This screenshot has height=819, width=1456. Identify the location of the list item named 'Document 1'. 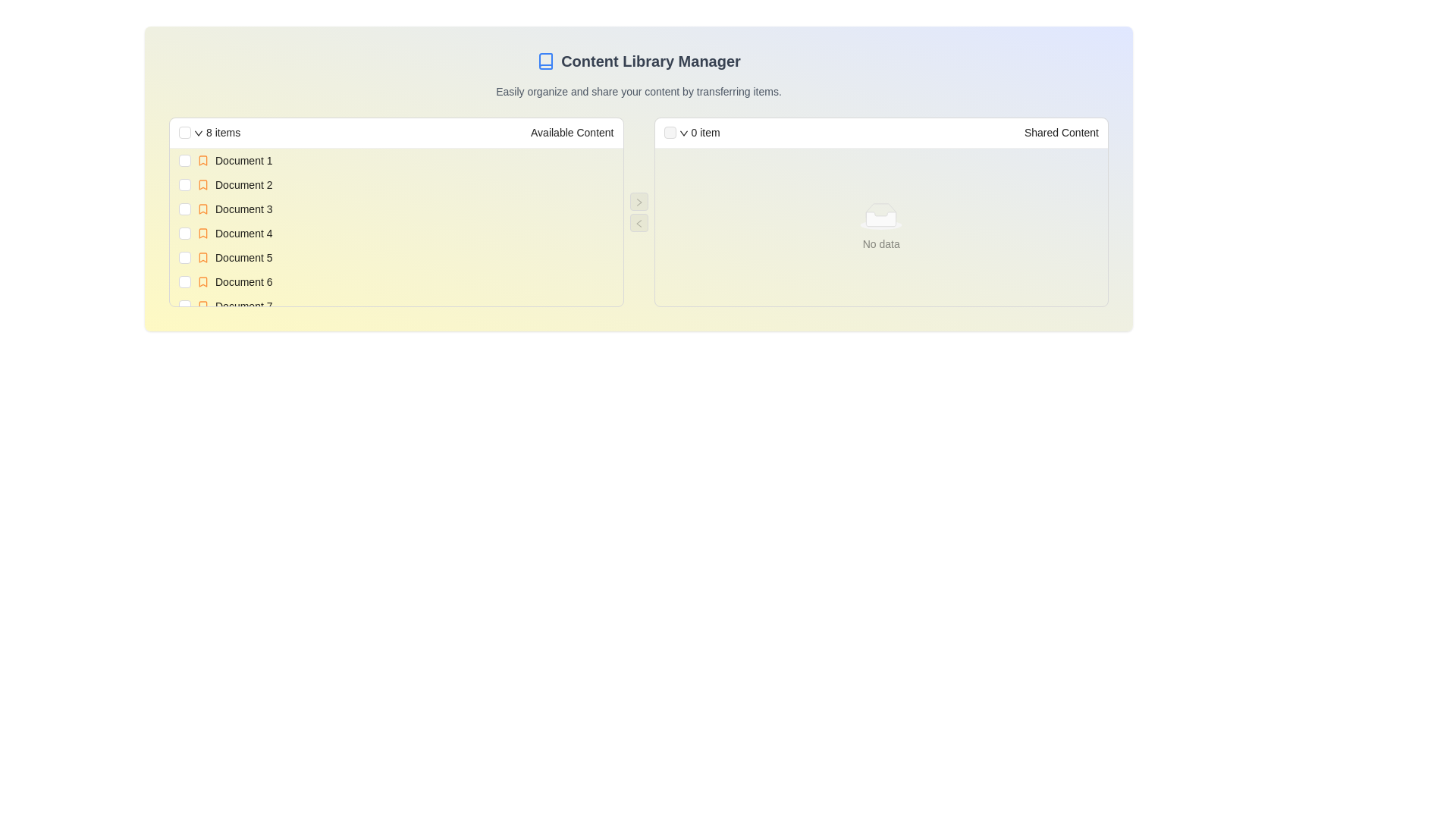
(405, 161).